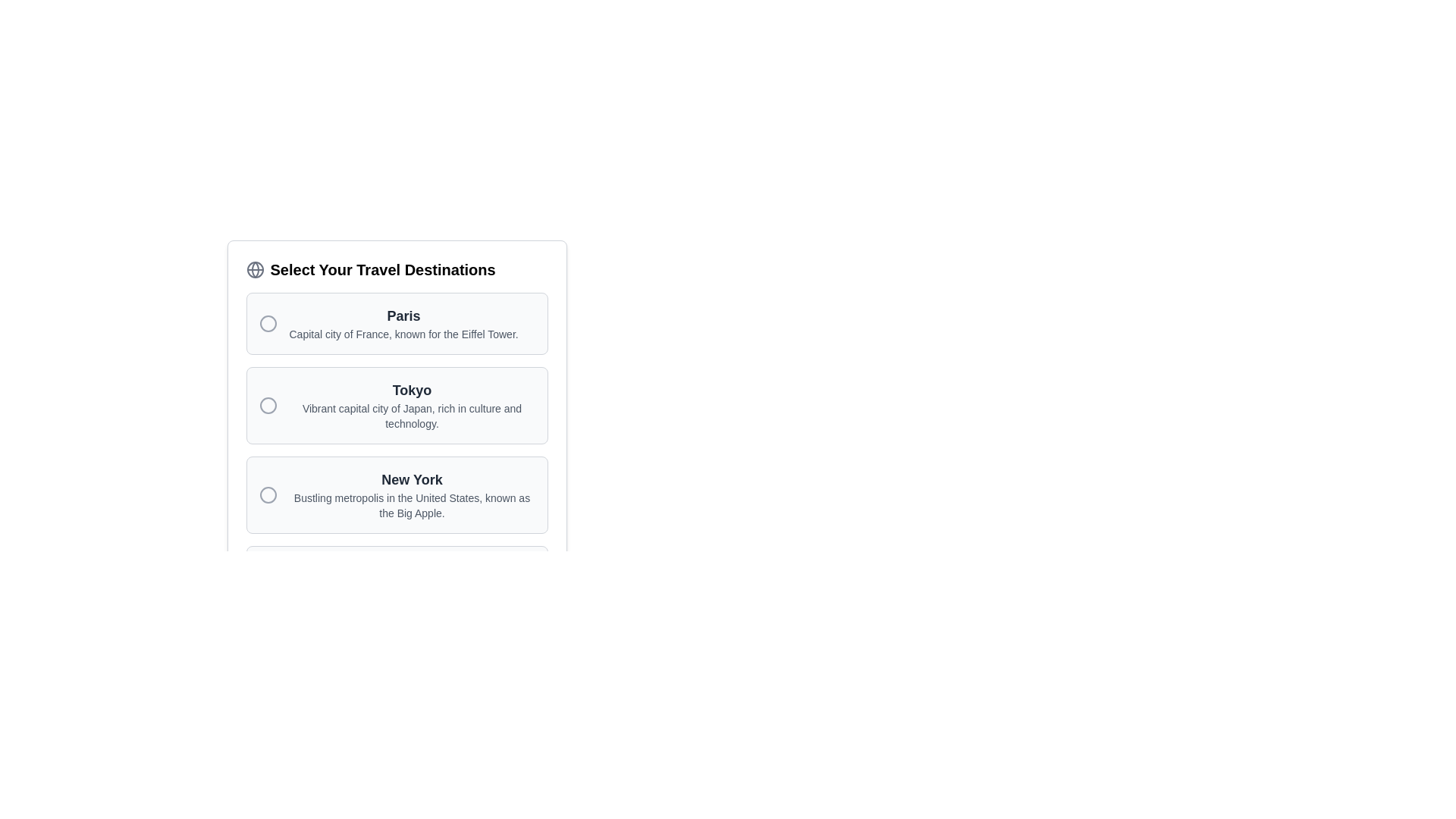 The height and width of the screenshot is (819, 1456). I want to click on the unselected radio button for 'New York' in the 'Select Your Travel Destinations' list, so click(268, 494).